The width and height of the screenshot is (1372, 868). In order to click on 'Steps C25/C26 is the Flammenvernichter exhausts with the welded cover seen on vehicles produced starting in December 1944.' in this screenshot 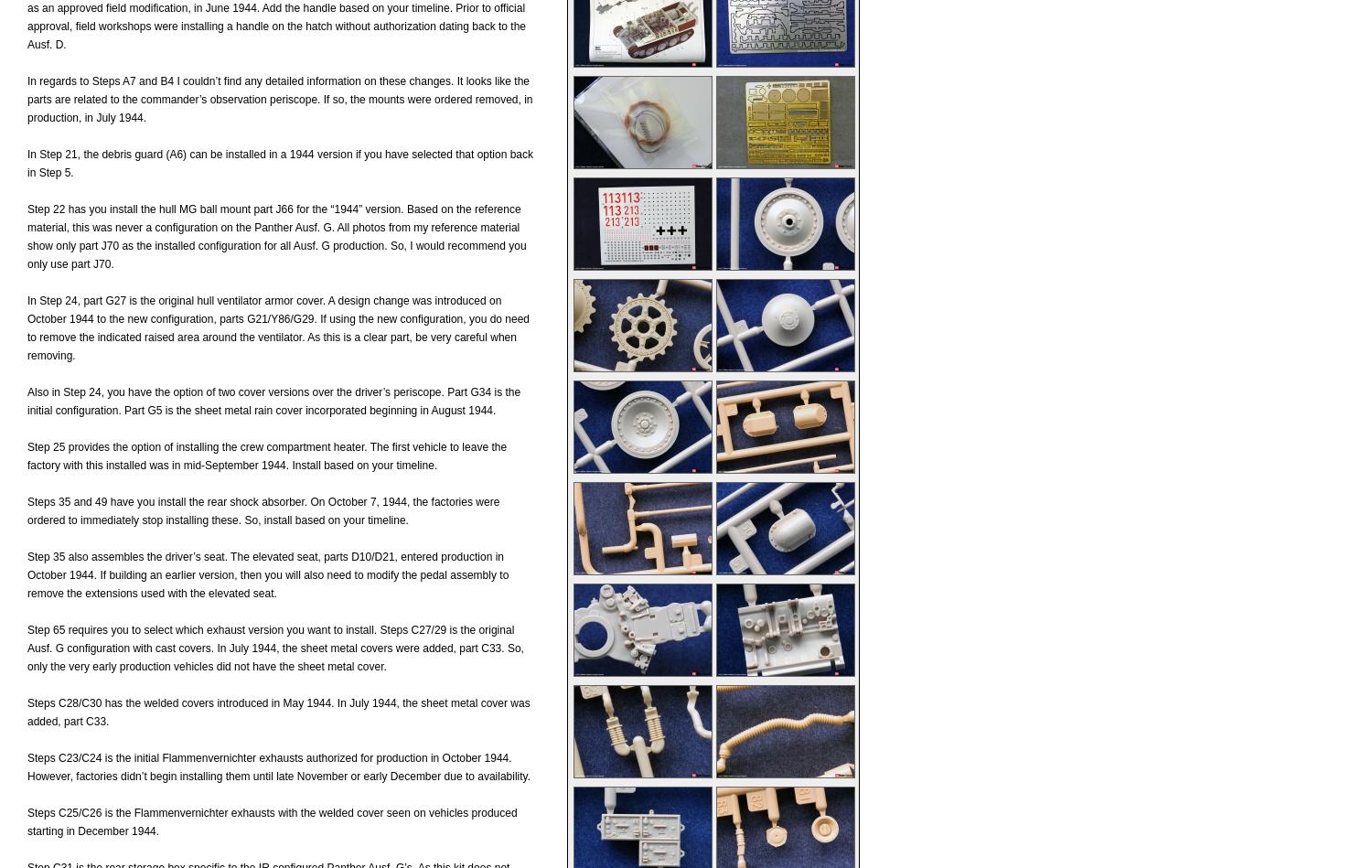, I will do `click(27, 820)`.